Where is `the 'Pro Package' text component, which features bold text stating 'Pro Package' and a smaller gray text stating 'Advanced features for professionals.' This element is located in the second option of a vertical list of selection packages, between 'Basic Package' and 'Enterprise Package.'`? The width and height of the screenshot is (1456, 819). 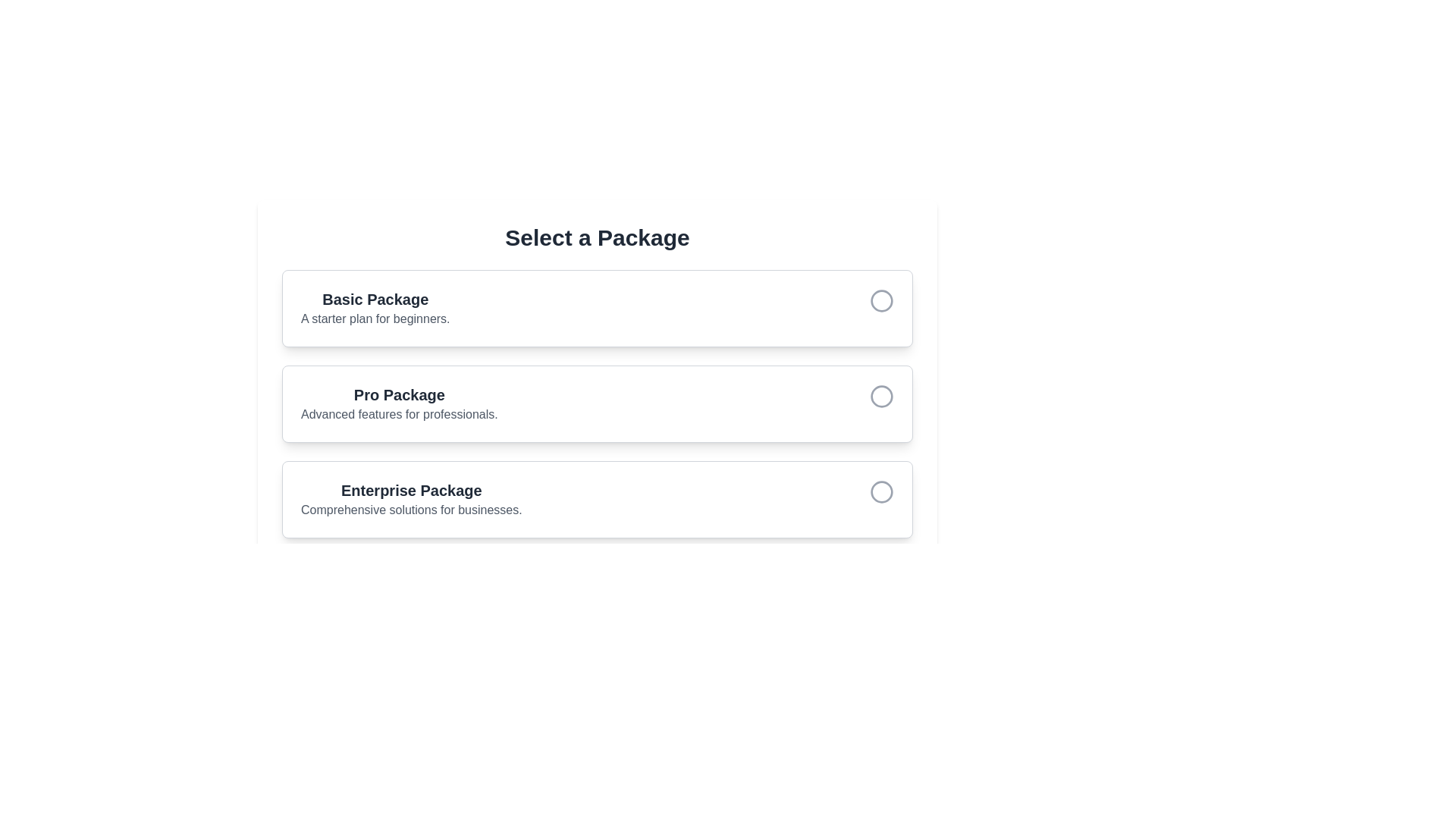
the 'Pro Package' text component, which features bold text stating 'Pro Package' and a smaller gray text stating 'Advanced features for professionals.' This element is located in the second option of a vertical list of selection packages, between 'Basic Package' and 'Enterprise Package.' is located at coordinates (399, 403).